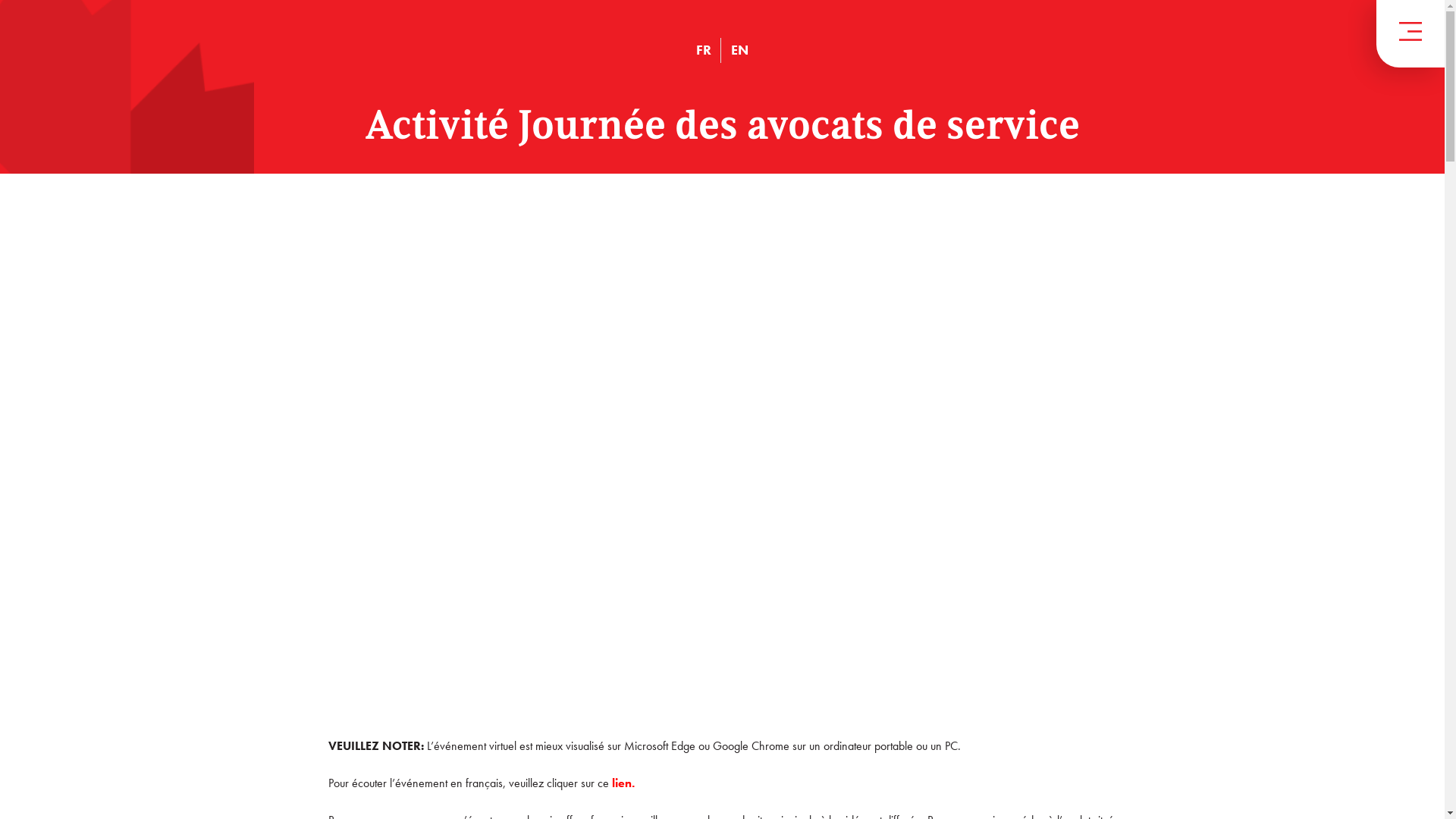 This screenshot has width=1456, height=819. I want to click on 'lien.', so click(622, 783).